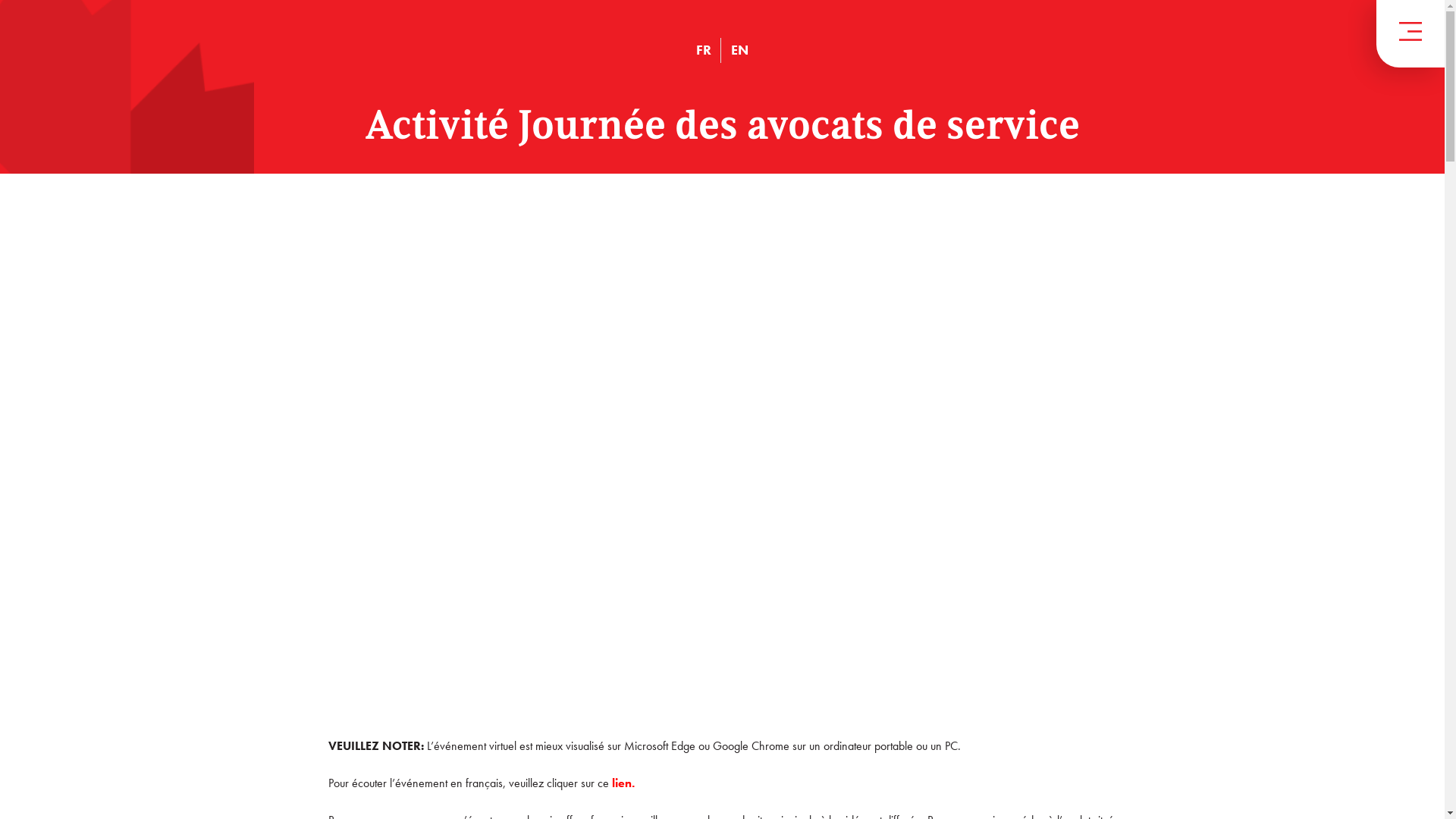 This screenshot has width=1456, height=819. I want to click on 'lien.', so click(622, 783).